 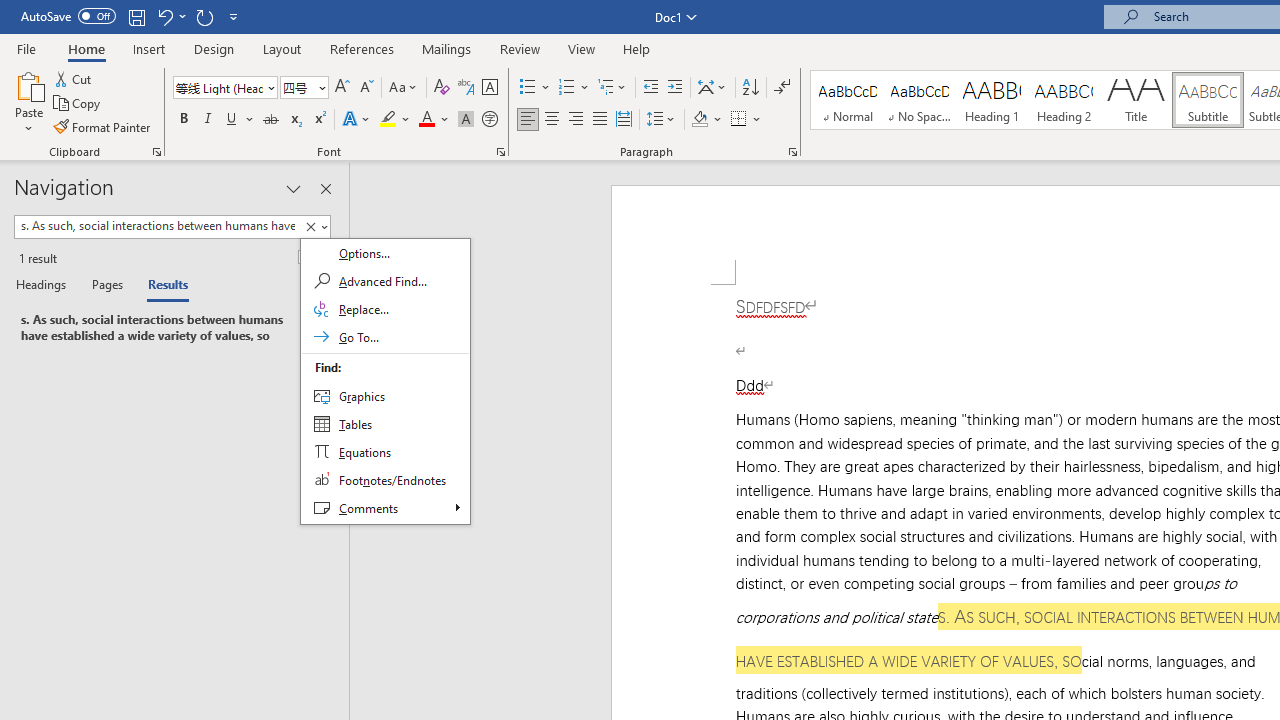 What do you see at coordinates (781, 86) in the screenshot?
I see `'Show/Hide Editing Marks'` at bounding box center [781, 86].